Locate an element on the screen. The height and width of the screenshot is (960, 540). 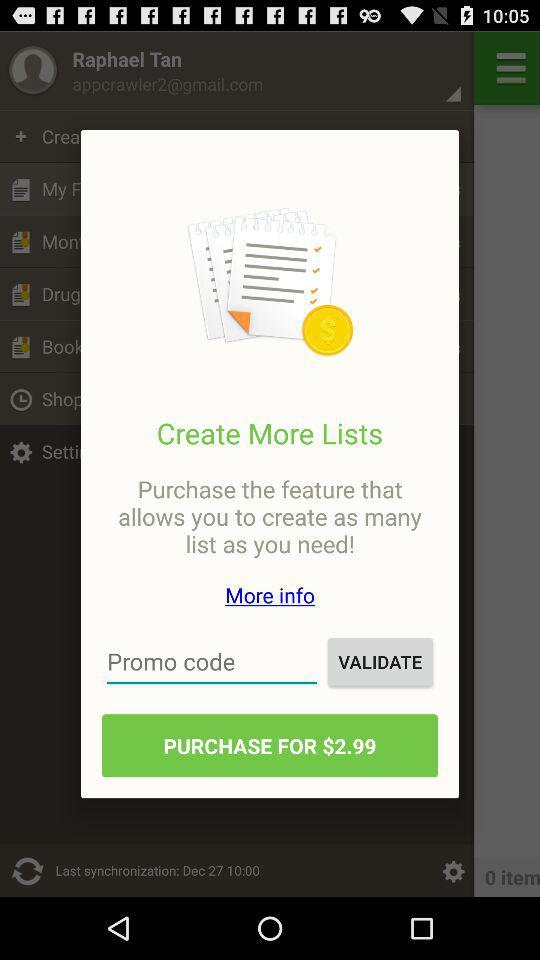
the icon to the left of validate item is located at coordinates (211, 661).